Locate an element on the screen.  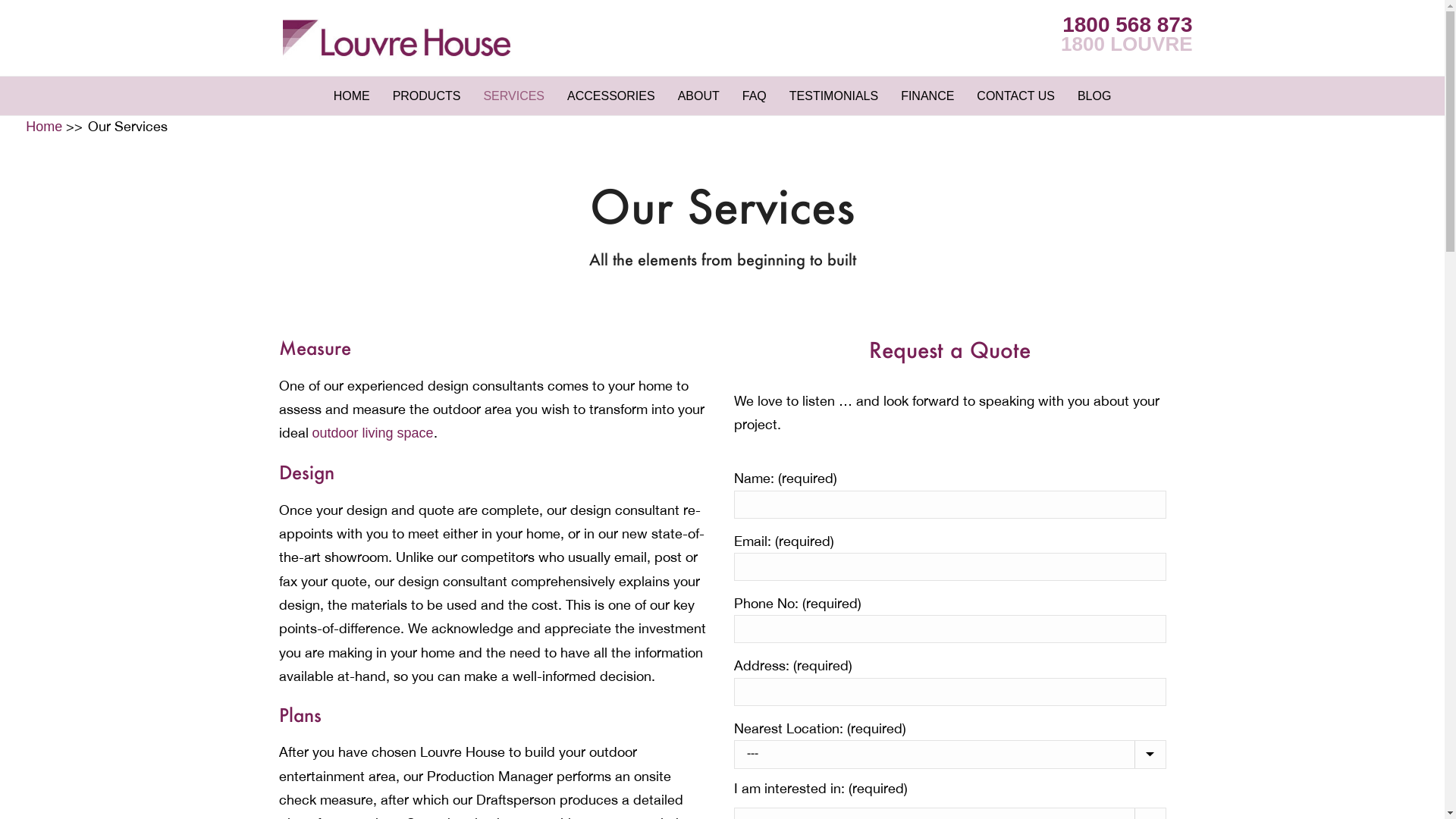
'1800 568 873 is located at coordinates (1126, 34).